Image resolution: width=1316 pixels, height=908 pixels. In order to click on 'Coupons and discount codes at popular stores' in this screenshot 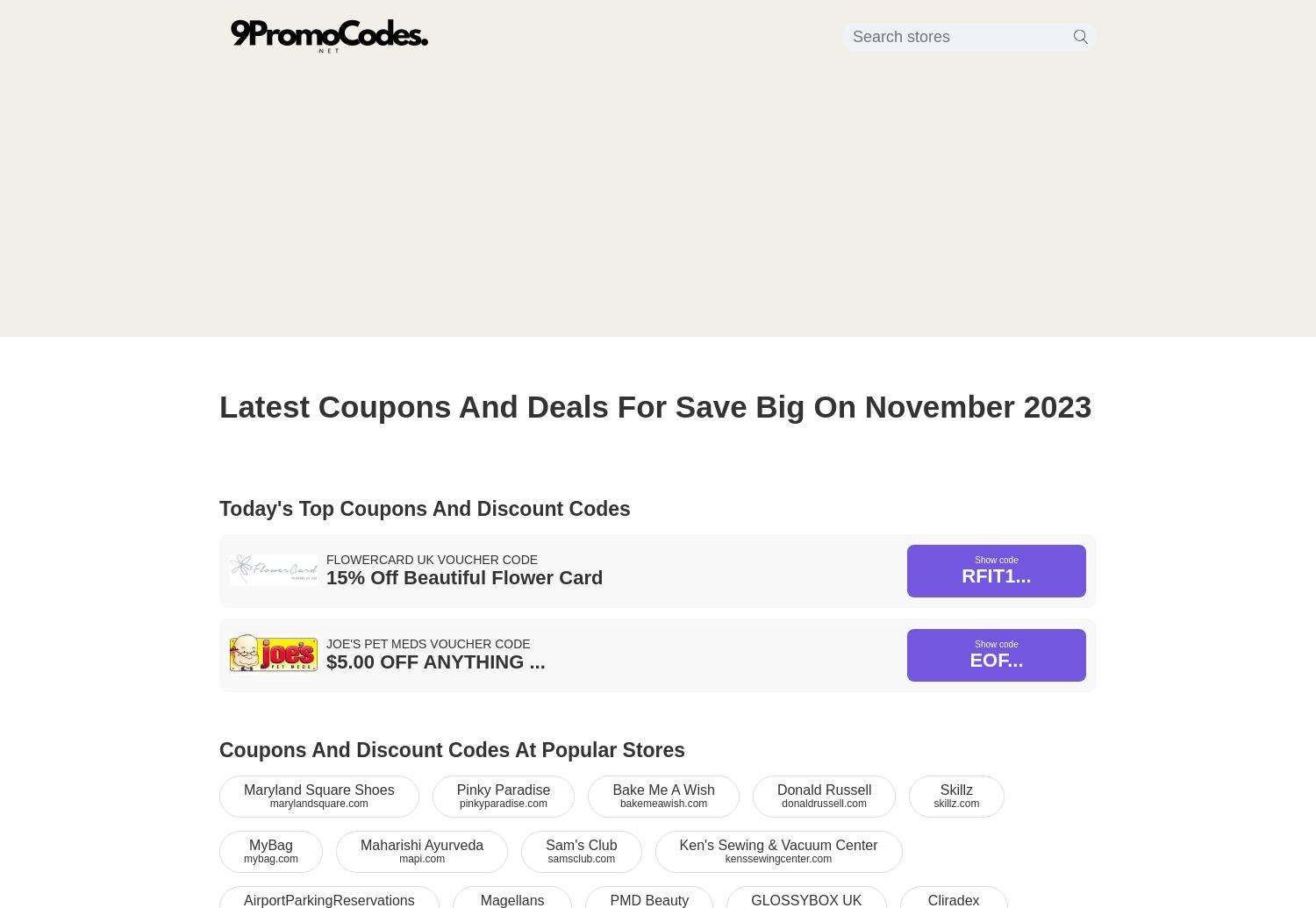, I will do `click(452, 749)`.